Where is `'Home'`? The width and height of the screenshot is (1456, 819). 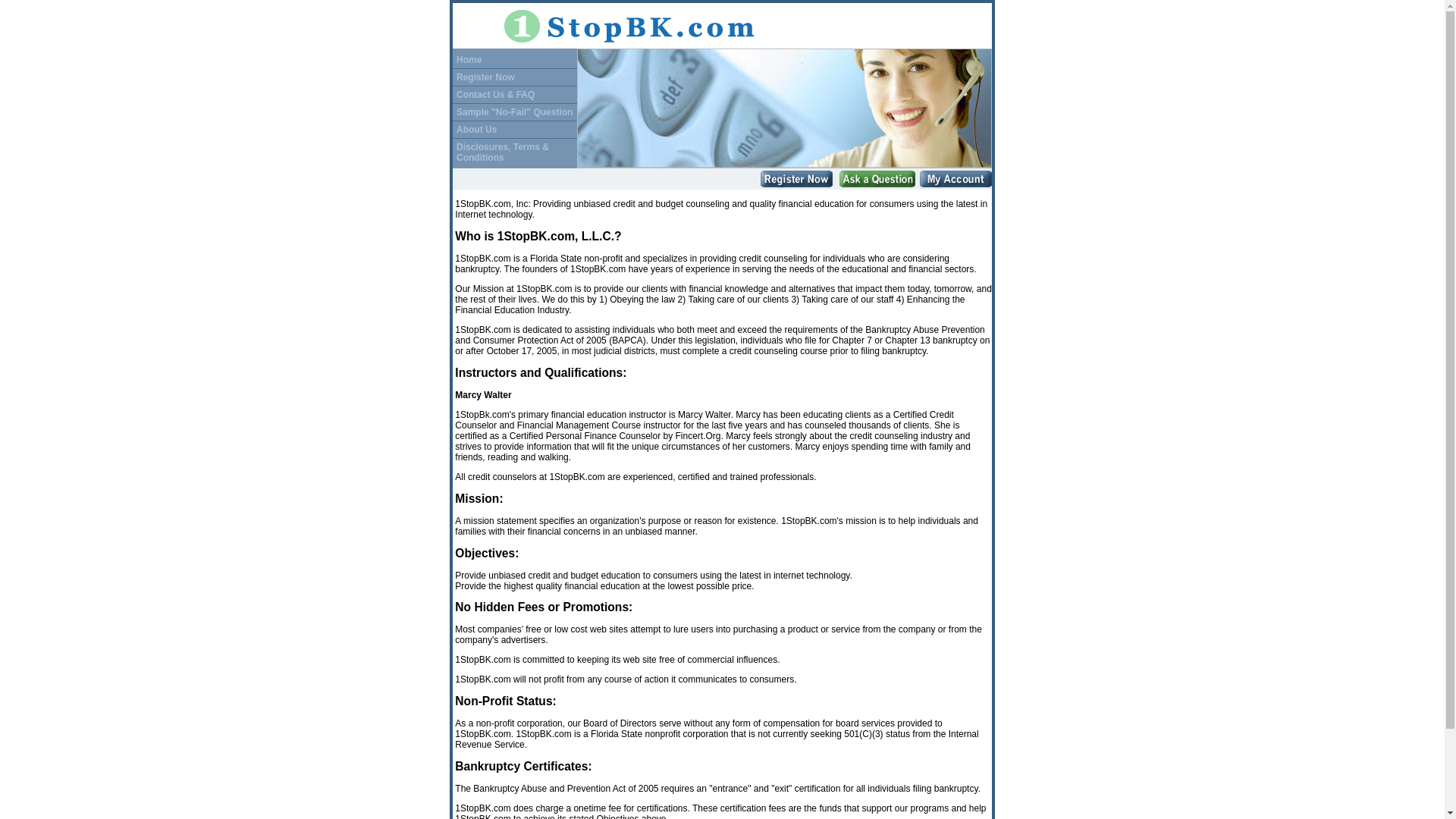 'Home' is located at coordinates (468, 58).